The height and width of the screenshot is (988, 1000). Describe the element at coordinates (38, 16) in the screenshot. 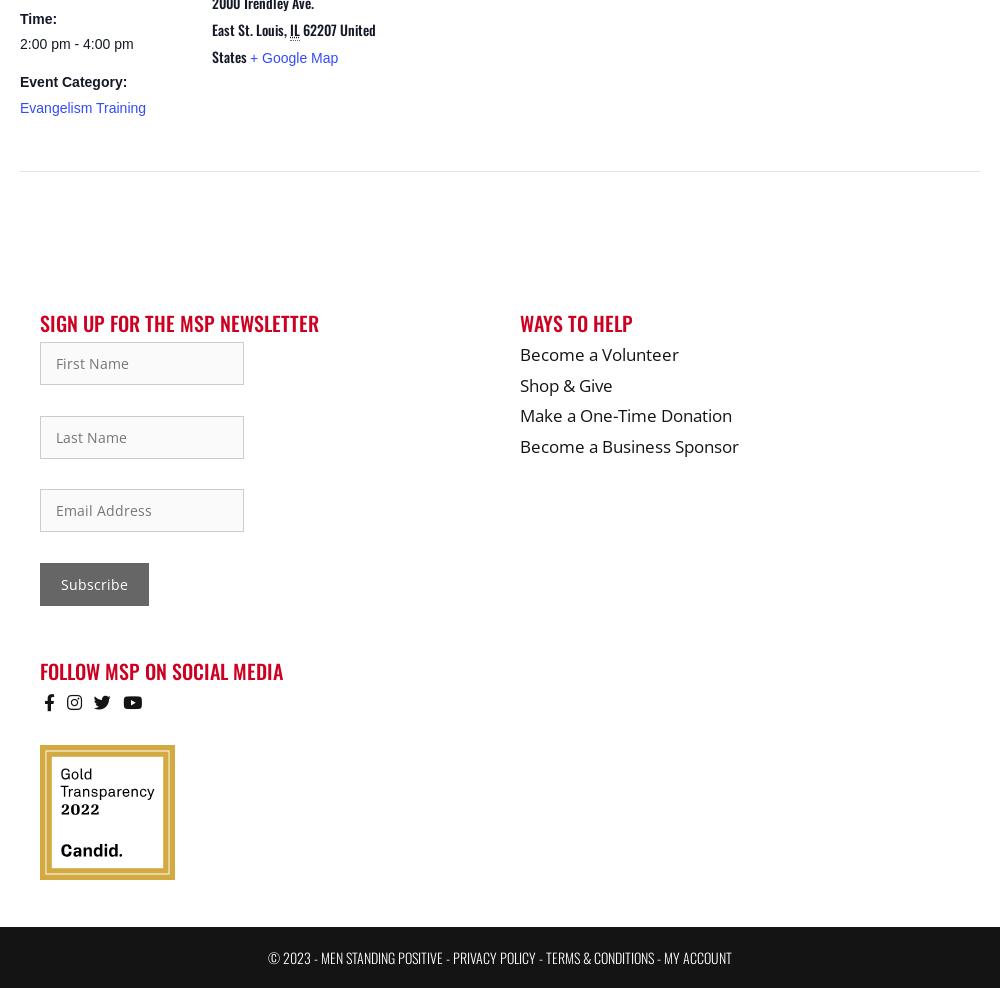

I see `'Time:'` at that location.